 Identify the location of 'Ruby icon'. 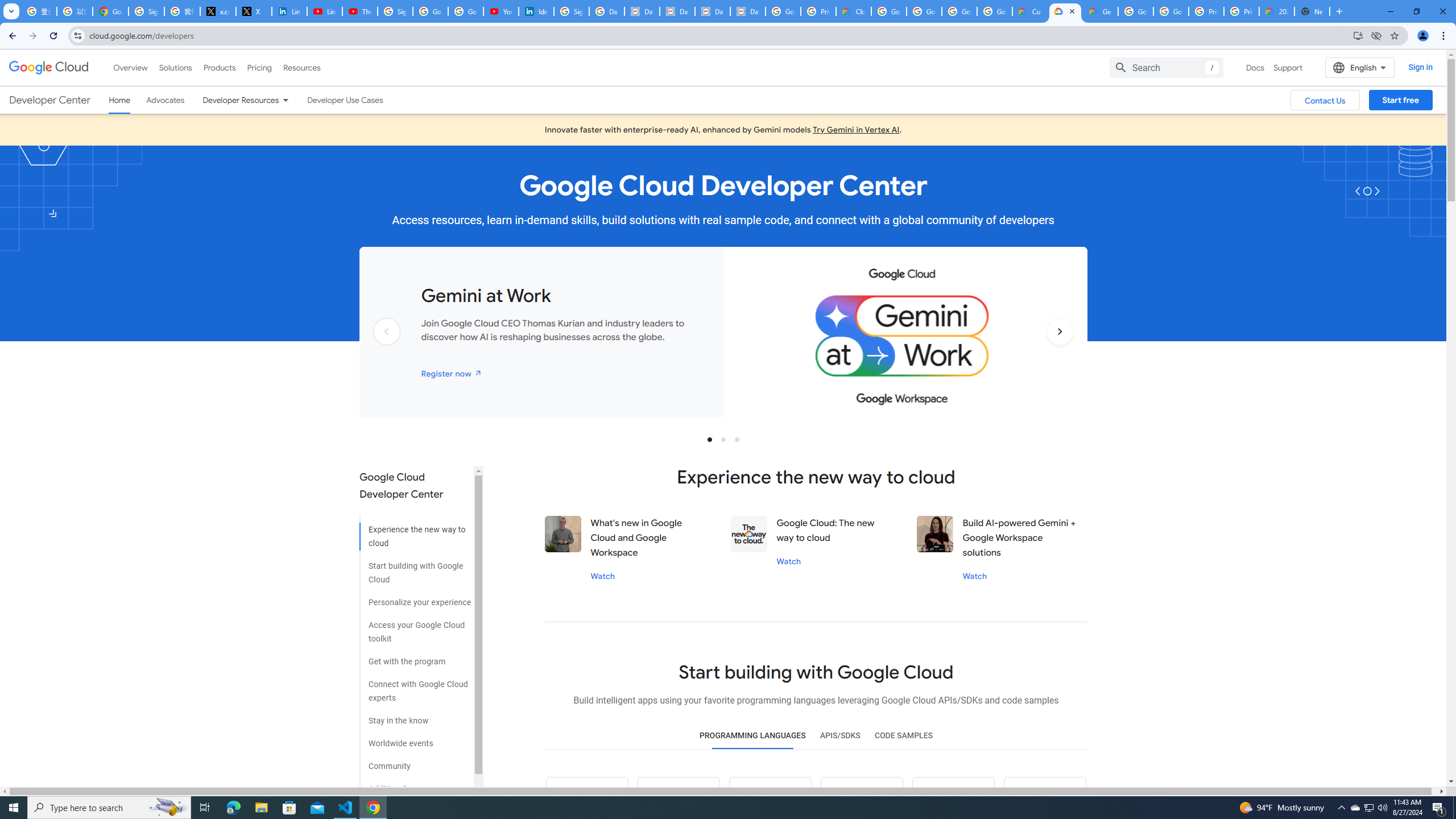
(861, 797).